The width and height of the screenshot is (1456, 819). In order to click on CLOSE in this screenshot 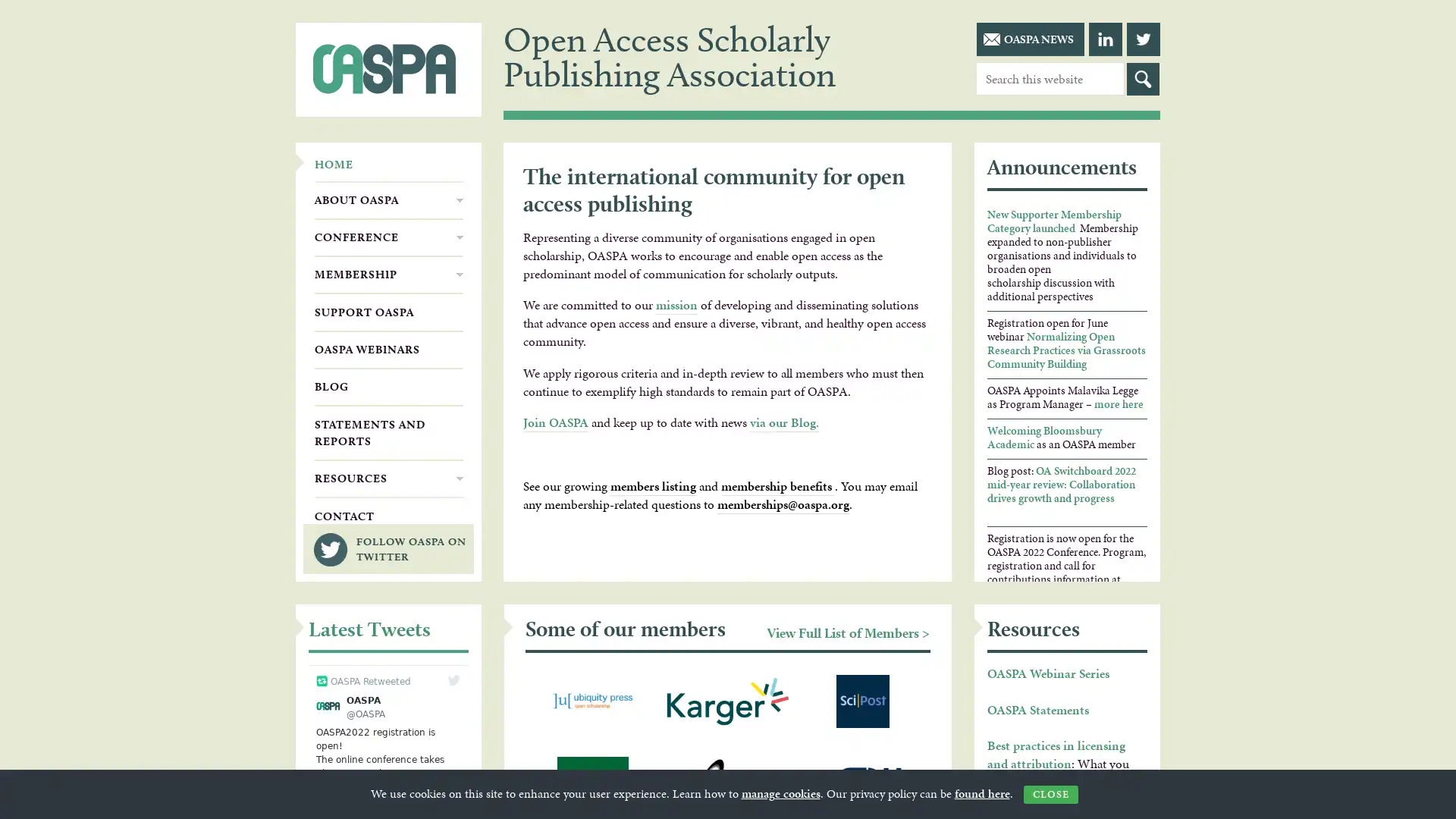, I will do `click(1050, 794)`.